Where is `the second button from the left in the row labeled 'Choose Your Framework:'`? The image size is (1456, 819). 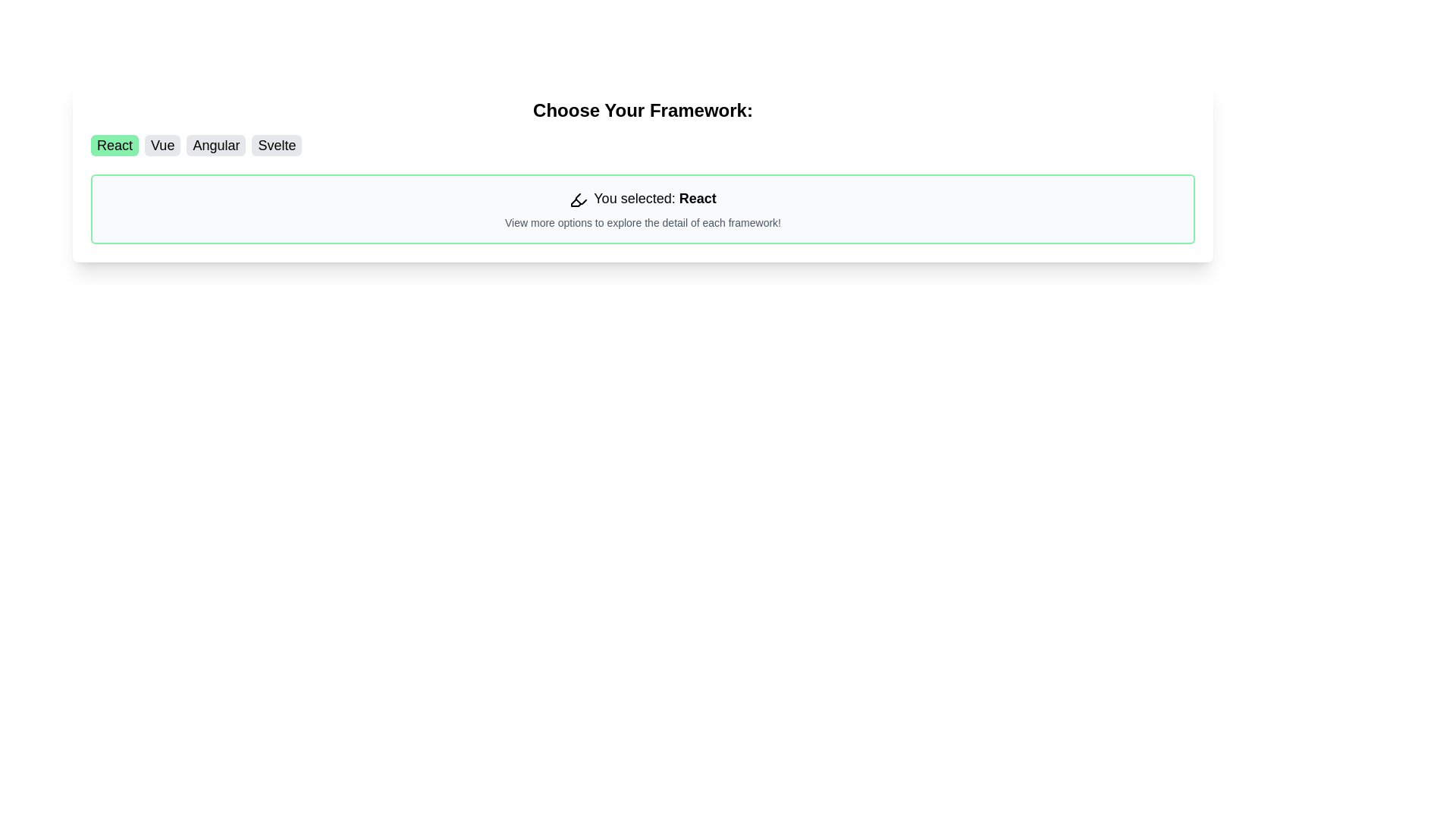 the second button from the left in the row labeled 'Choose Your Framework:' is located at coordinates (162, 146).